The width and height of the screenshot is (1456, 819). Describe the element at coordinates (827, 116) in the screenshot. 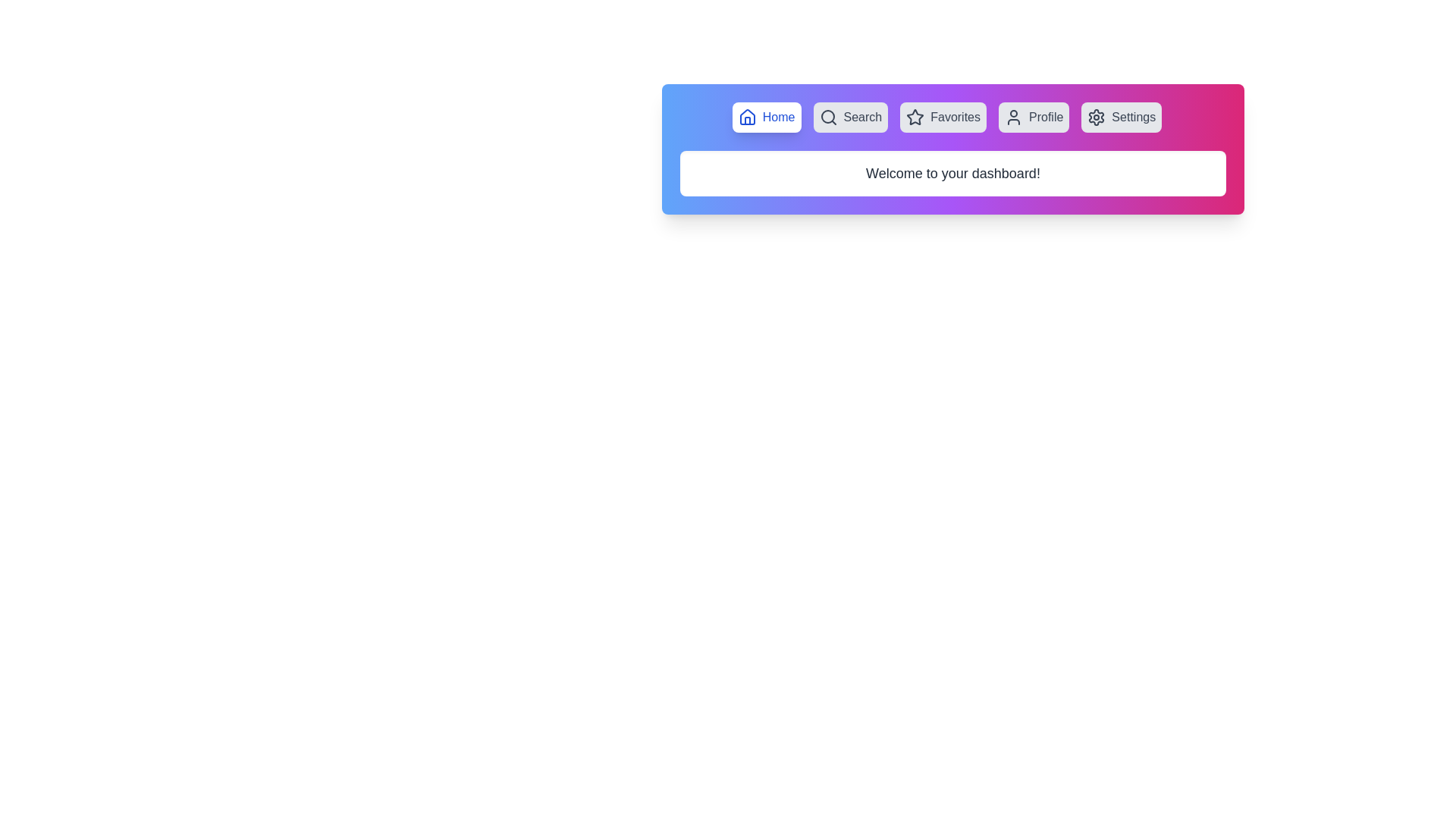

I see `the search icon` at that location.